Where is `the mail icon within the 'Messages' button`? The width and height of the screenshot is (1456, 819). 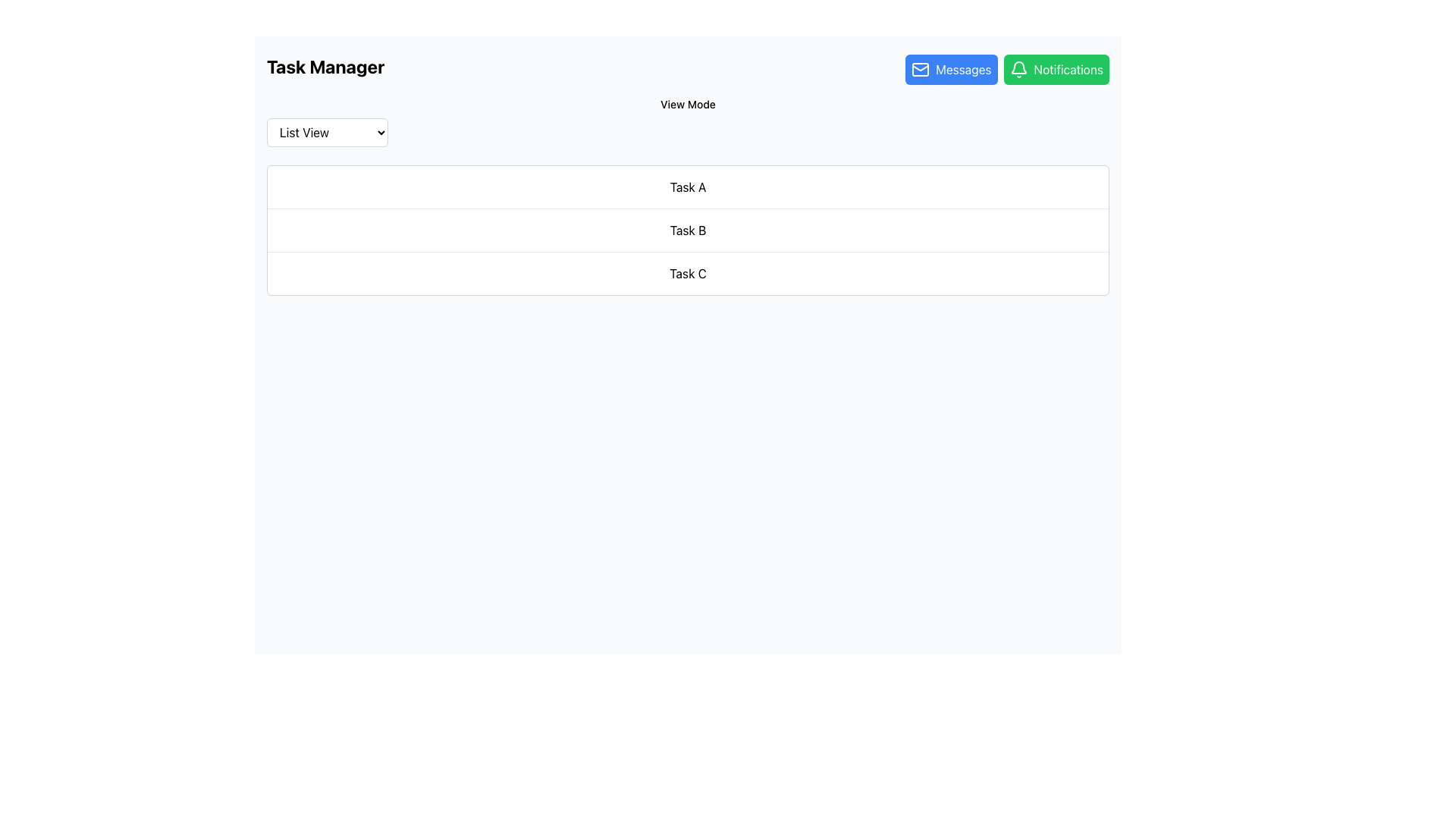 the mail icon within the 'Messages' button is located at coordinates (920, 70).